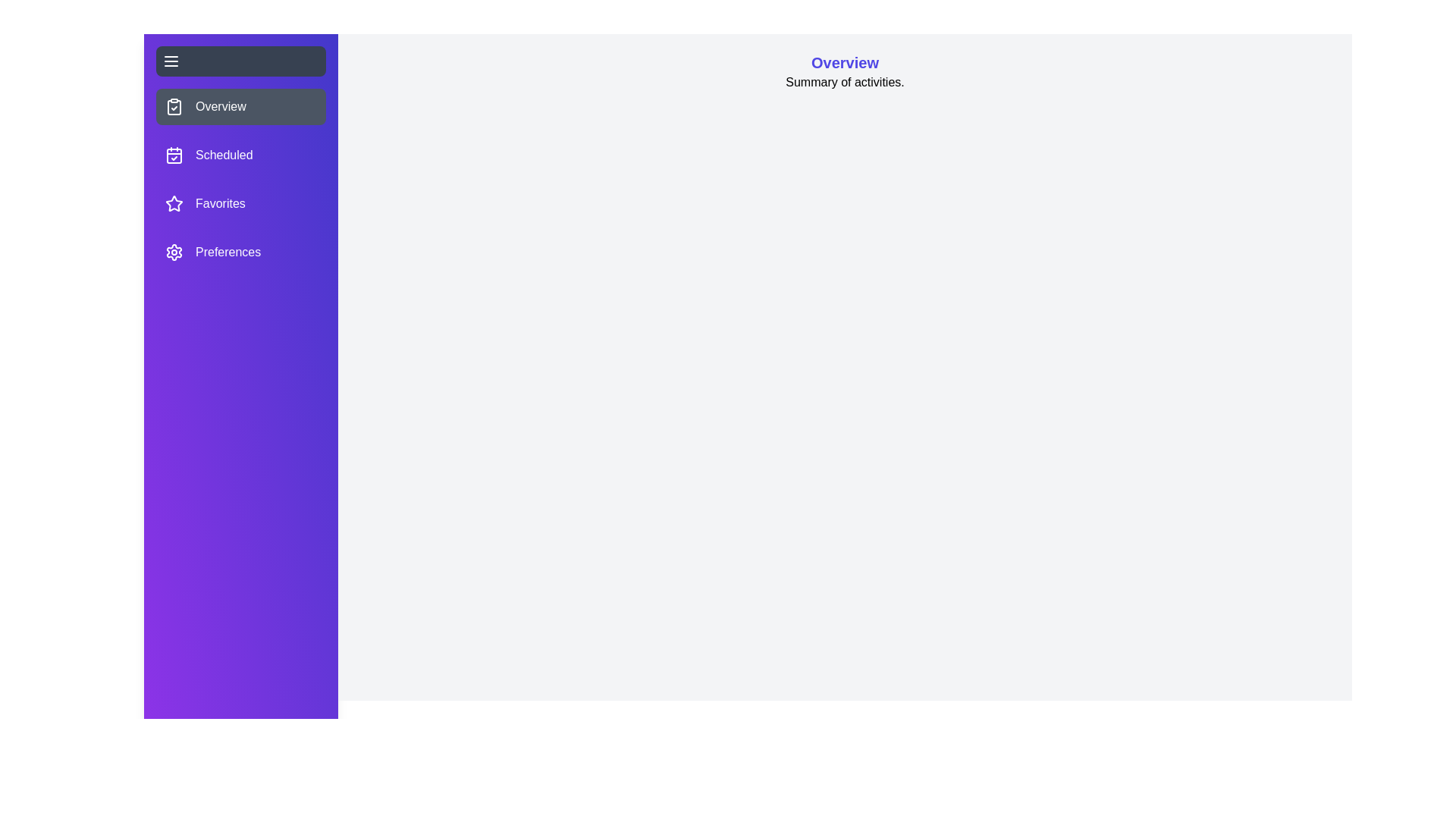 The height and width of the screenshot is (819, 1456). I want to click on the toggle button located at the top left of the drawer to toggle its visibility, so click(240, 61).